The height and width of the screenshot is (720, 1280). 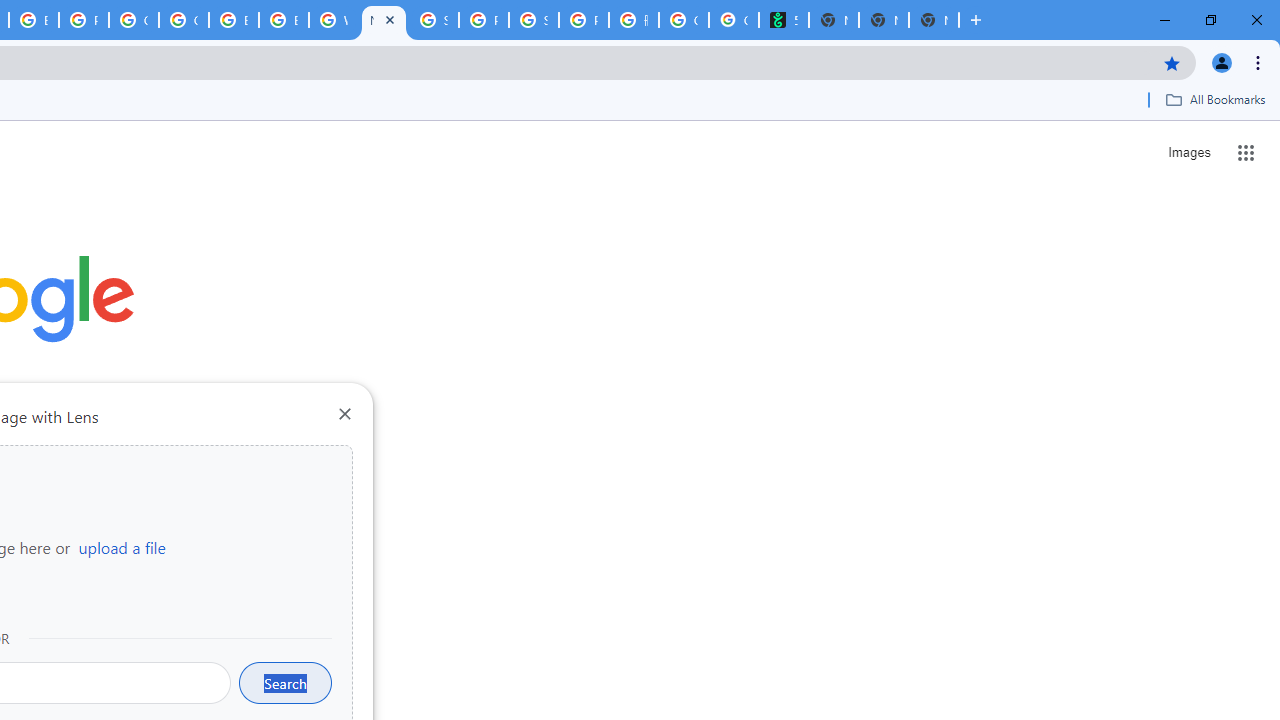 I want to click on 'Google Cloud Platform', so click(x=183, y=20).